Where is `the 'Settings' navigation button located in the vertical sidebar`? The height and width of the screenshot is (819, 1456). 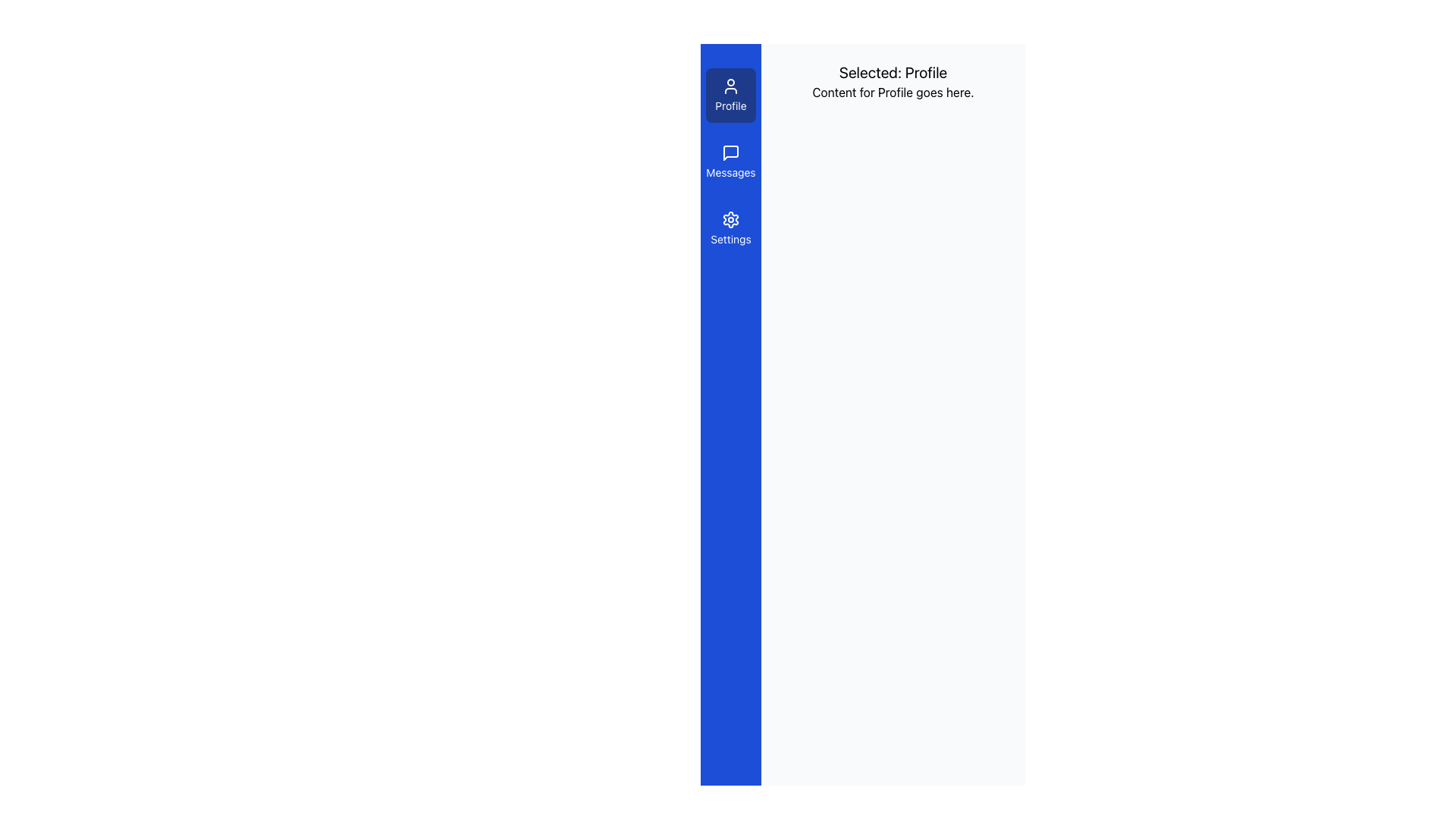 the 'Settings' navigation button located in the vertical sidebar is located at coordinates (731, 228).